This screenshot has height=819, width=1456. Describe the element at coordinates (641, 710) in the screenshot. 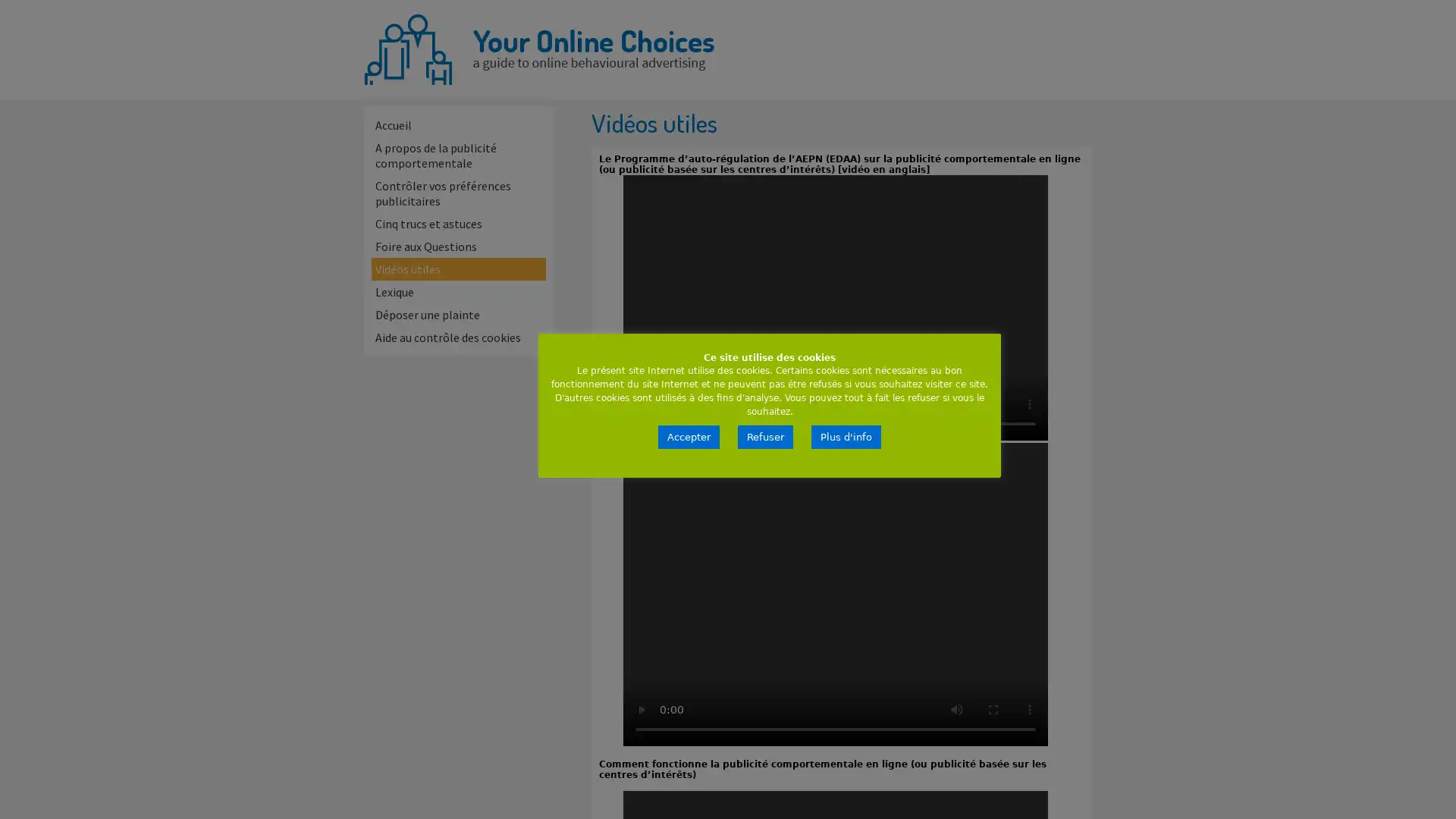

I see `play` at that location.